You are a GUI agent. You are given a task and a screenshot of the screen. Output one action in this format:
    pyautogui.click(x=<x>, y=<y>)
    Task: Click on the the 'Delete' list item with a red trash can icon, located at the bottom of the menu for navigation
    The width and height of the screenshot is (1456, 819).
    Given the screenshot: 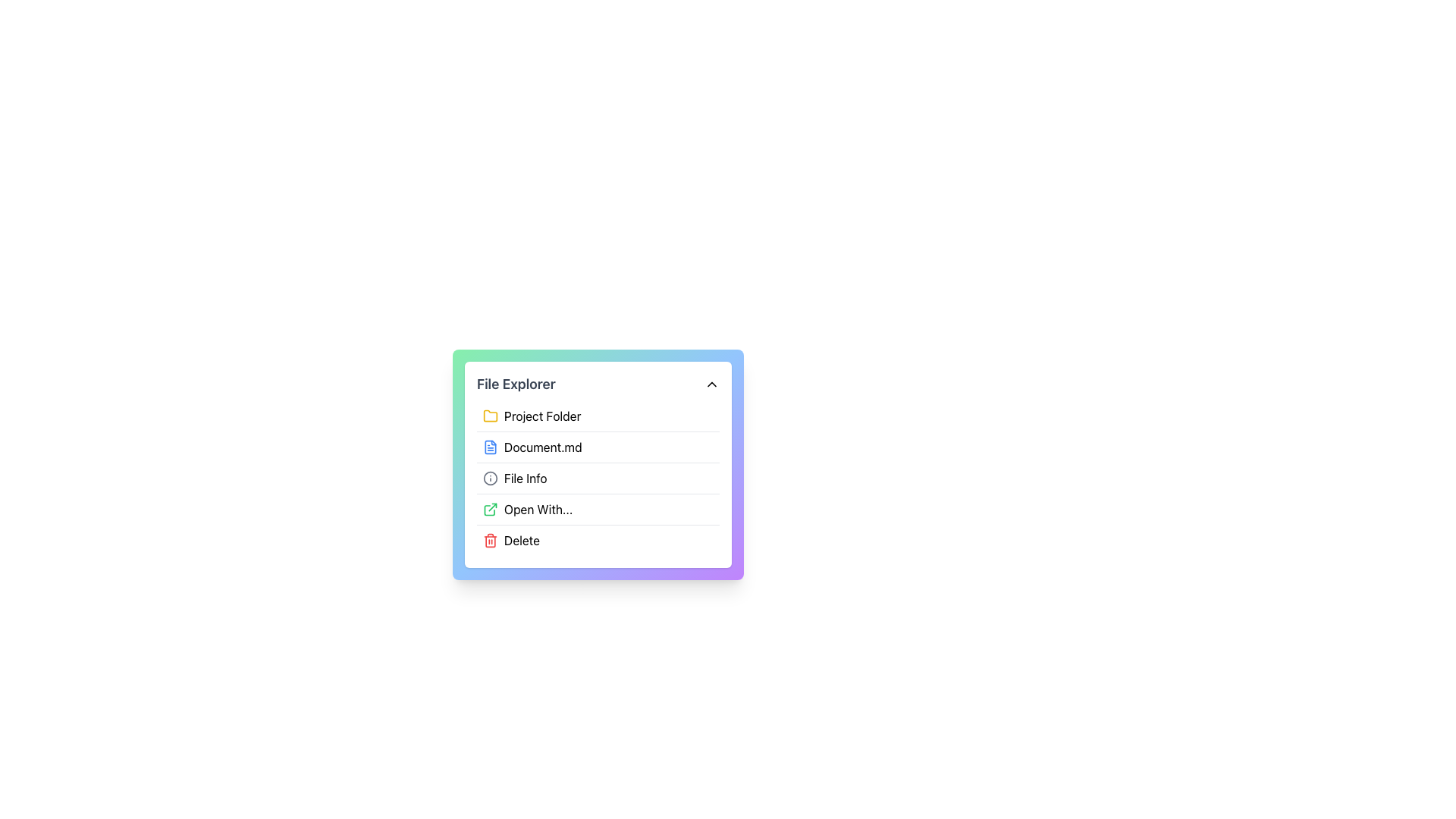 What is the action you would take?
    pyautogui.click(x=597, y=539)
    